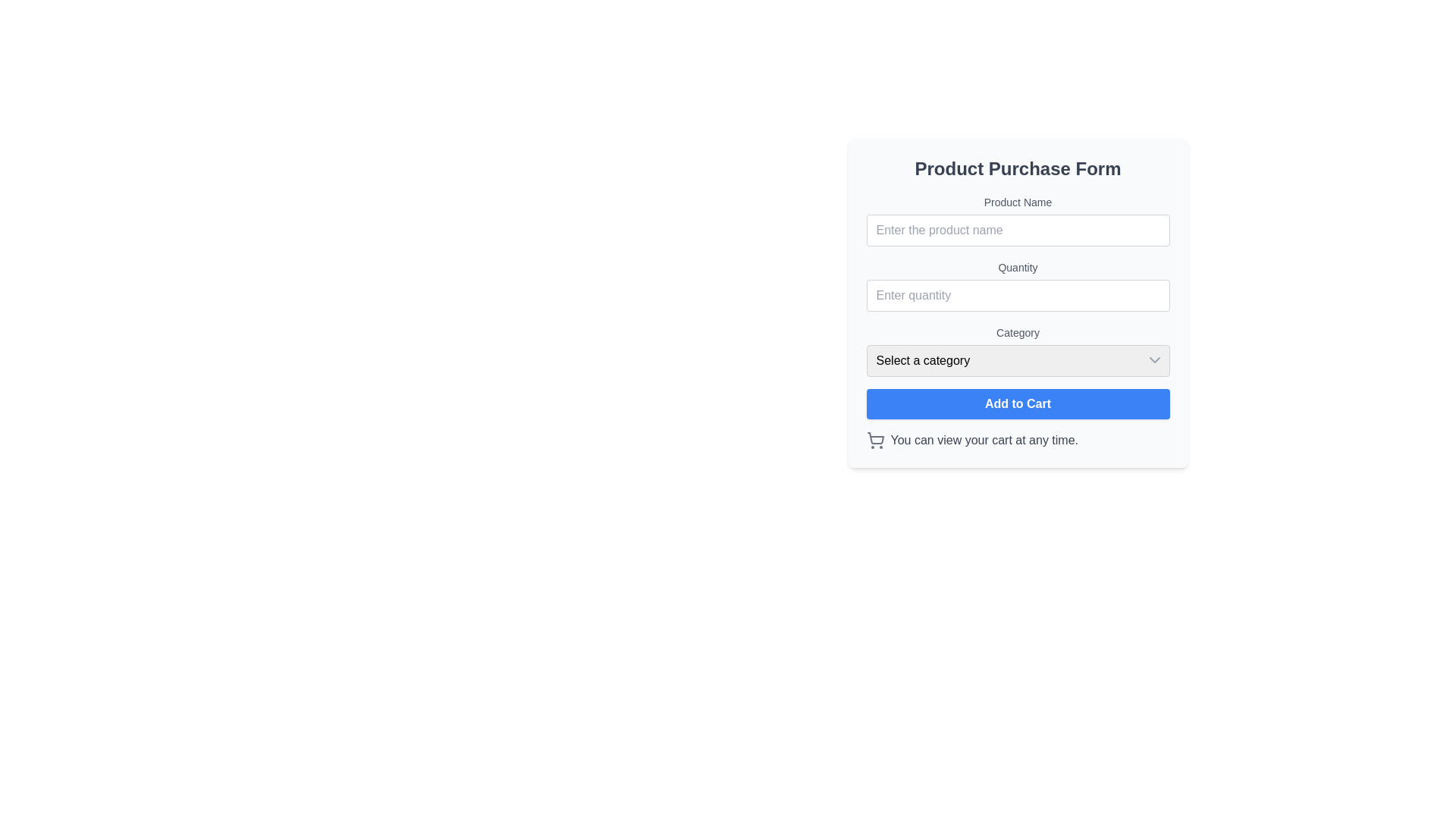  I want to click on the cart icon located at the bottom-left corner of the product purchase form, which visually represents the cart functionality, so click(875, 441).